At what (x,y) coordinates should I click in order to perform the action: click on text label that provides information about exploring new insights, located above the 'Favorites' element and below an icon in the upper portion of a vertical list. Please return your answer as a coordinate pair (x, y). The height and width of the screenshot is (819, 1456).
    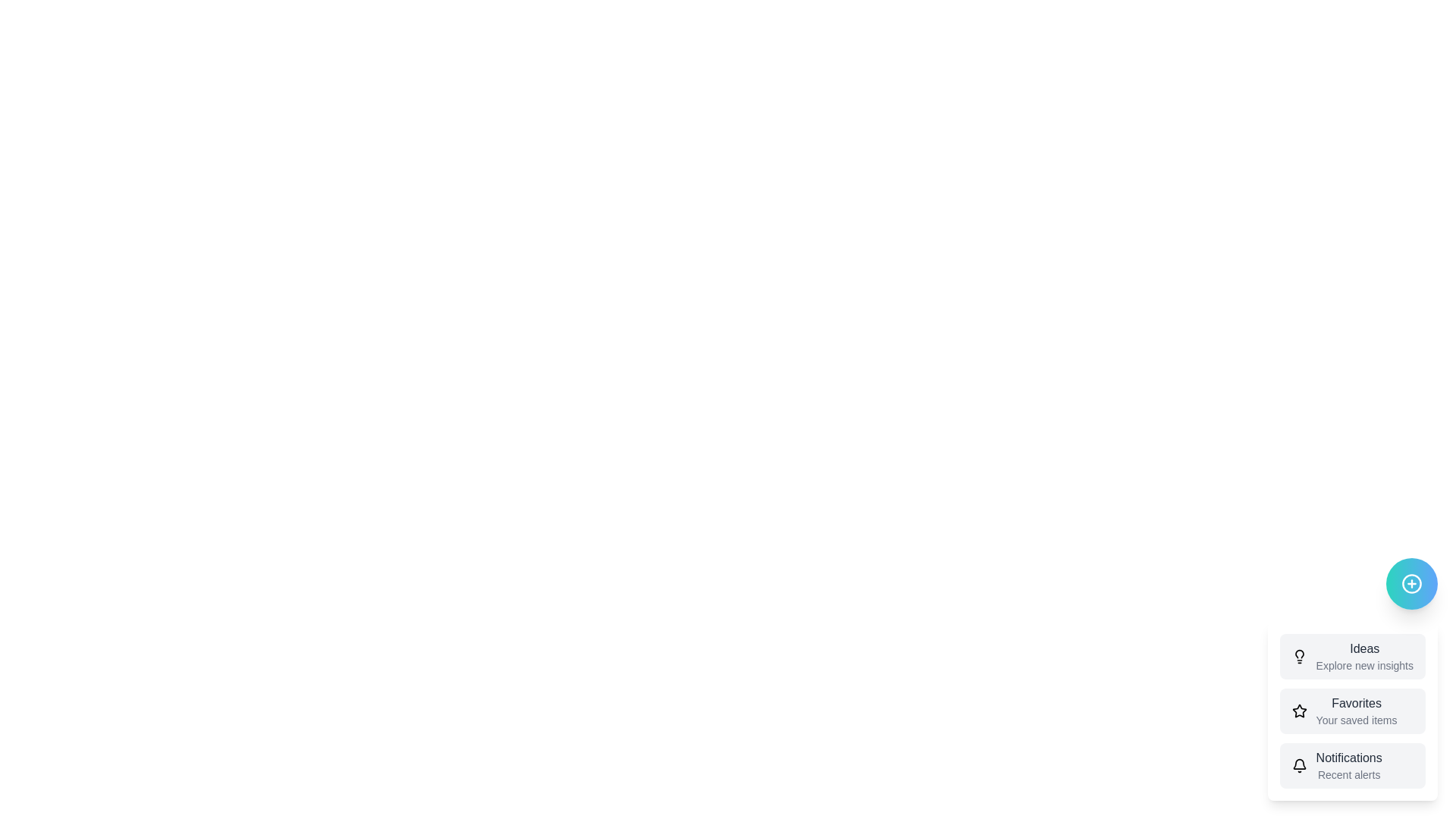
    Looking at the image, I should click on (1364, 656).